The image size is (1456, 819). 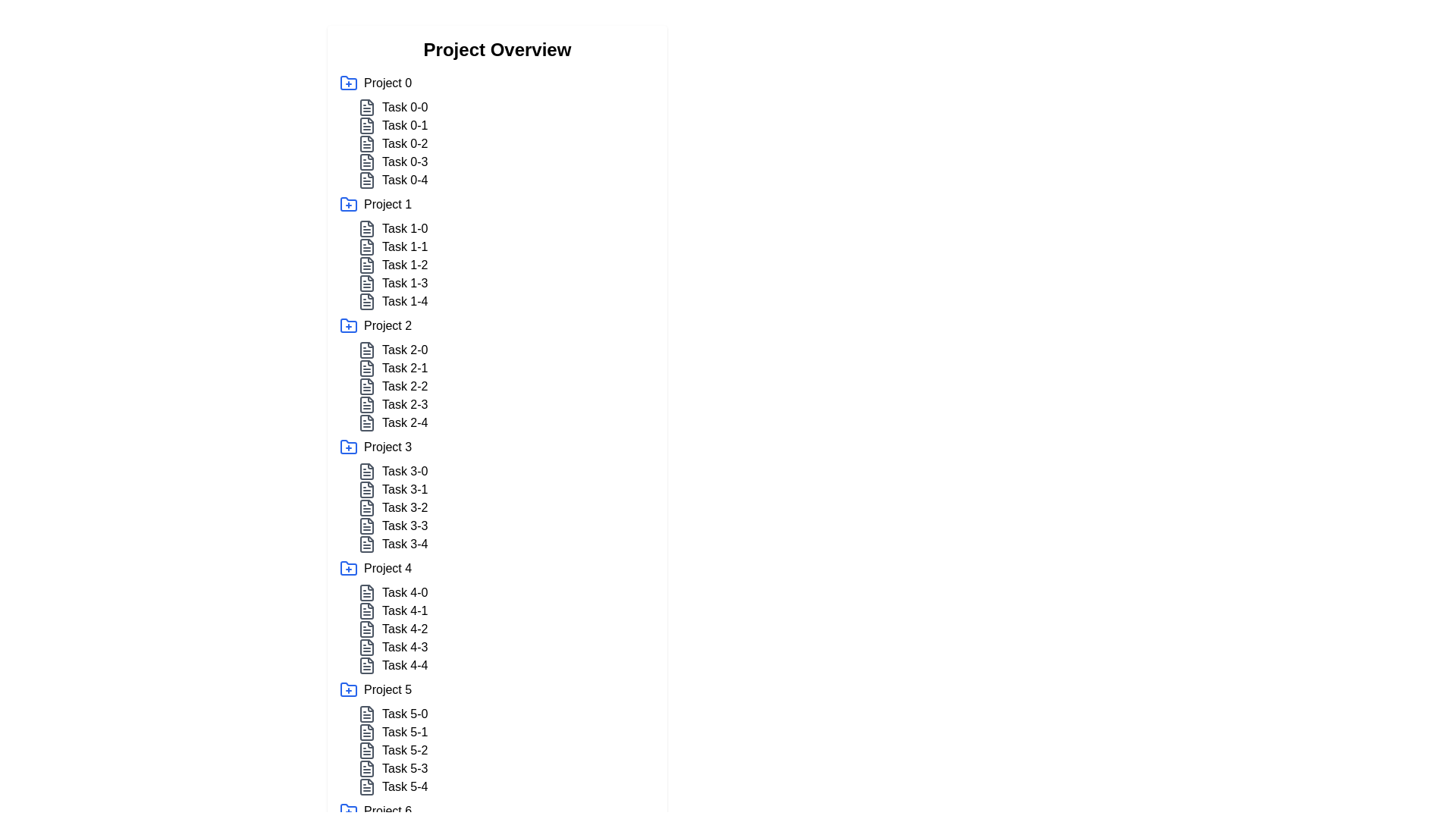 What do you see at coordinates (348, 83) in the screenshot?
I see `the icon button located at the leftmost side of the line containing 'Project 0'` at bounding box center [348, 83].